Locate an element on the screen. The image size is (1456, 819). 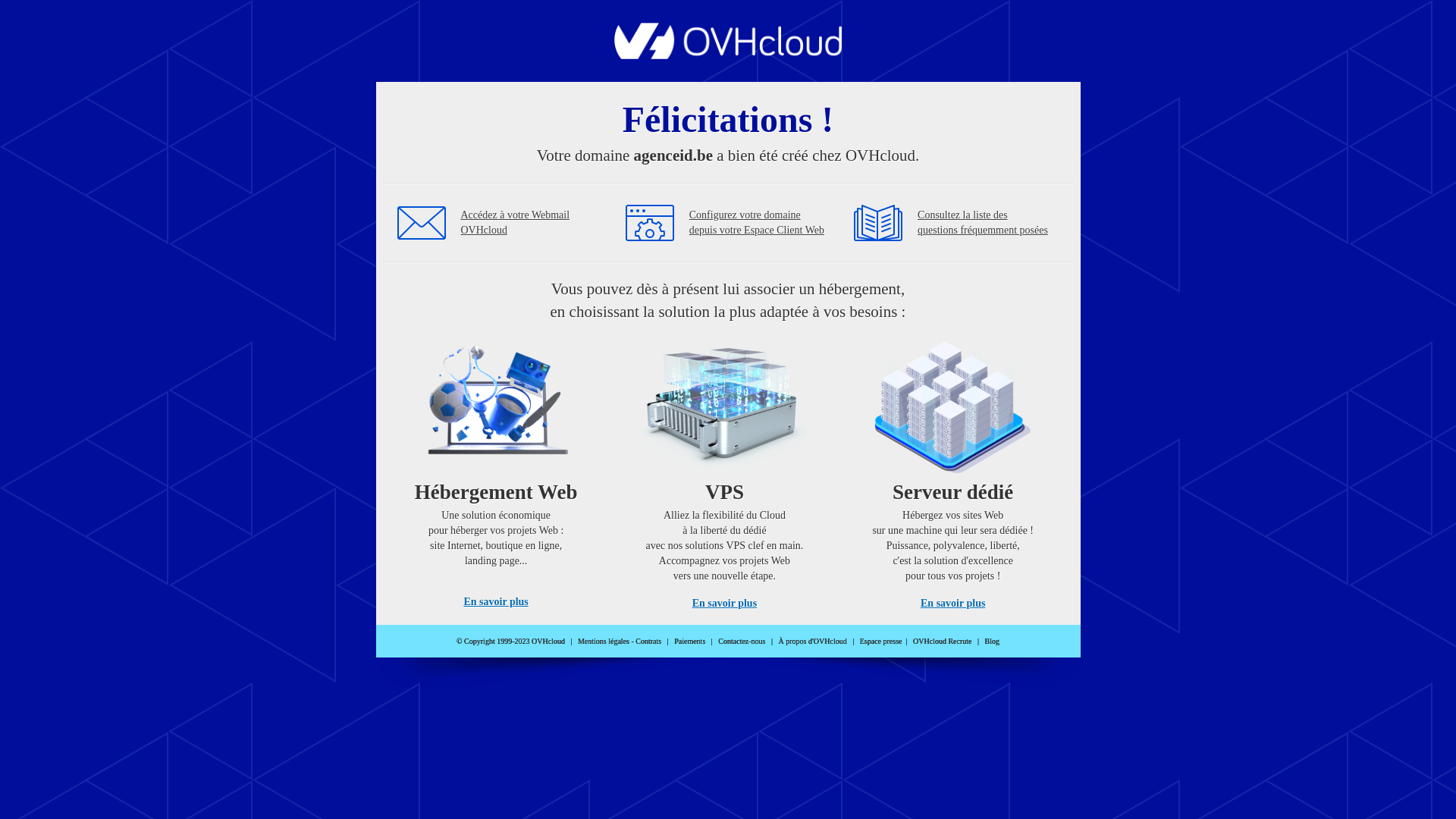
'Espace presse' is located at coordinates (880, 641).